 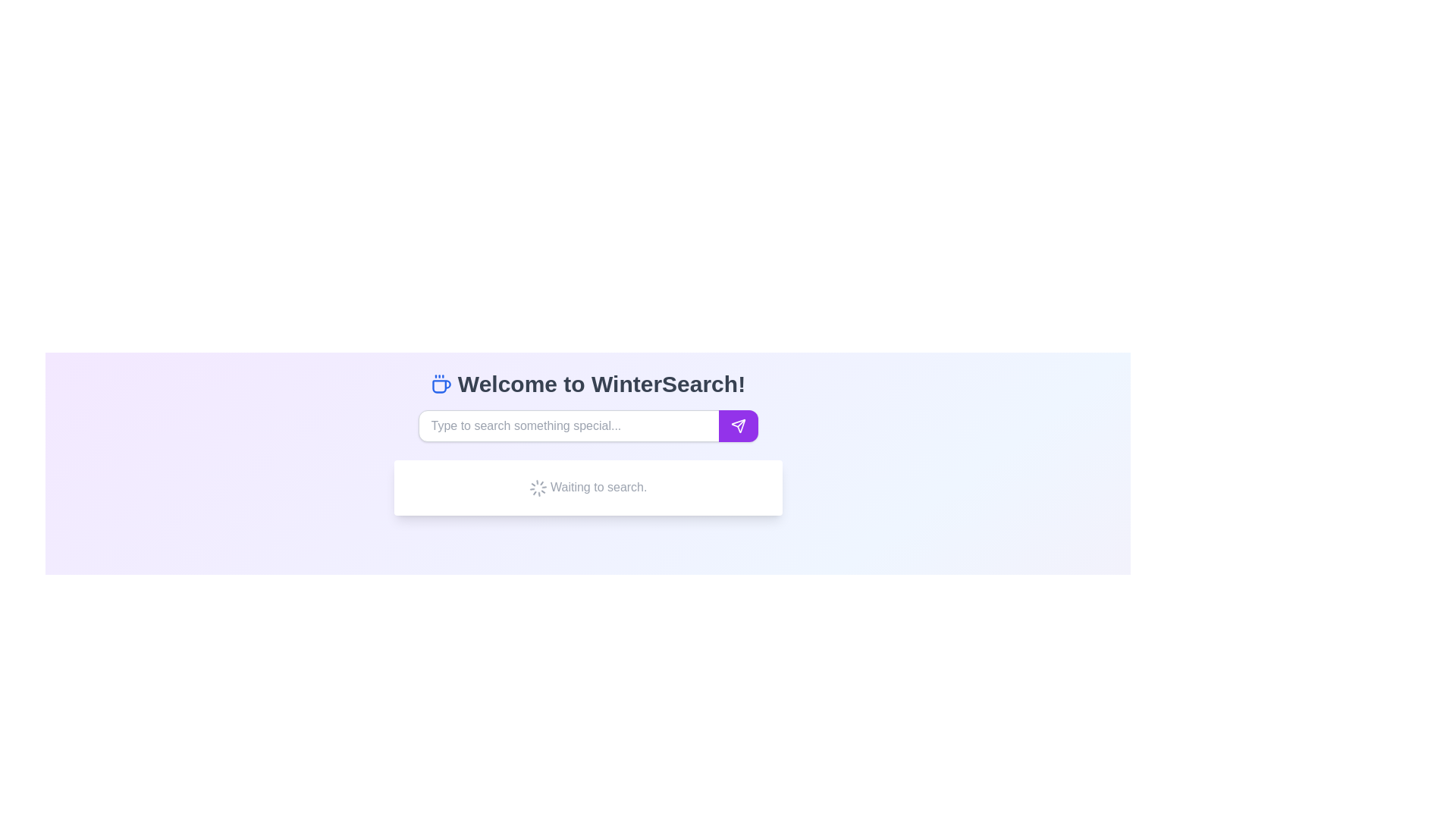 I want to click on the submit button located at the rightmost end of the input field, so click(x=738, y=426).